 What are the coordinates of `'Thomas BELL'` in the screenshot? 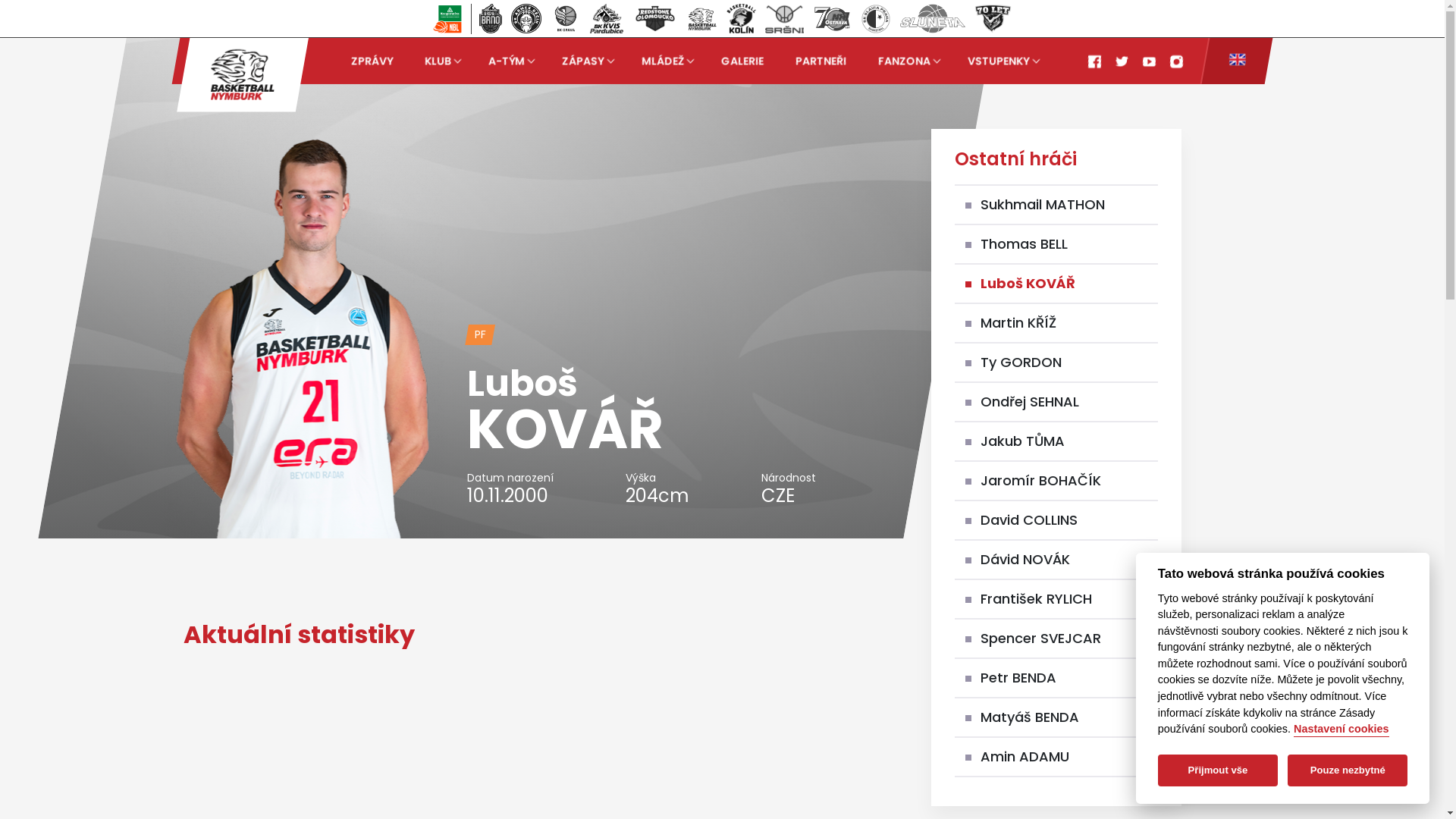 It's located at (1024, 243).